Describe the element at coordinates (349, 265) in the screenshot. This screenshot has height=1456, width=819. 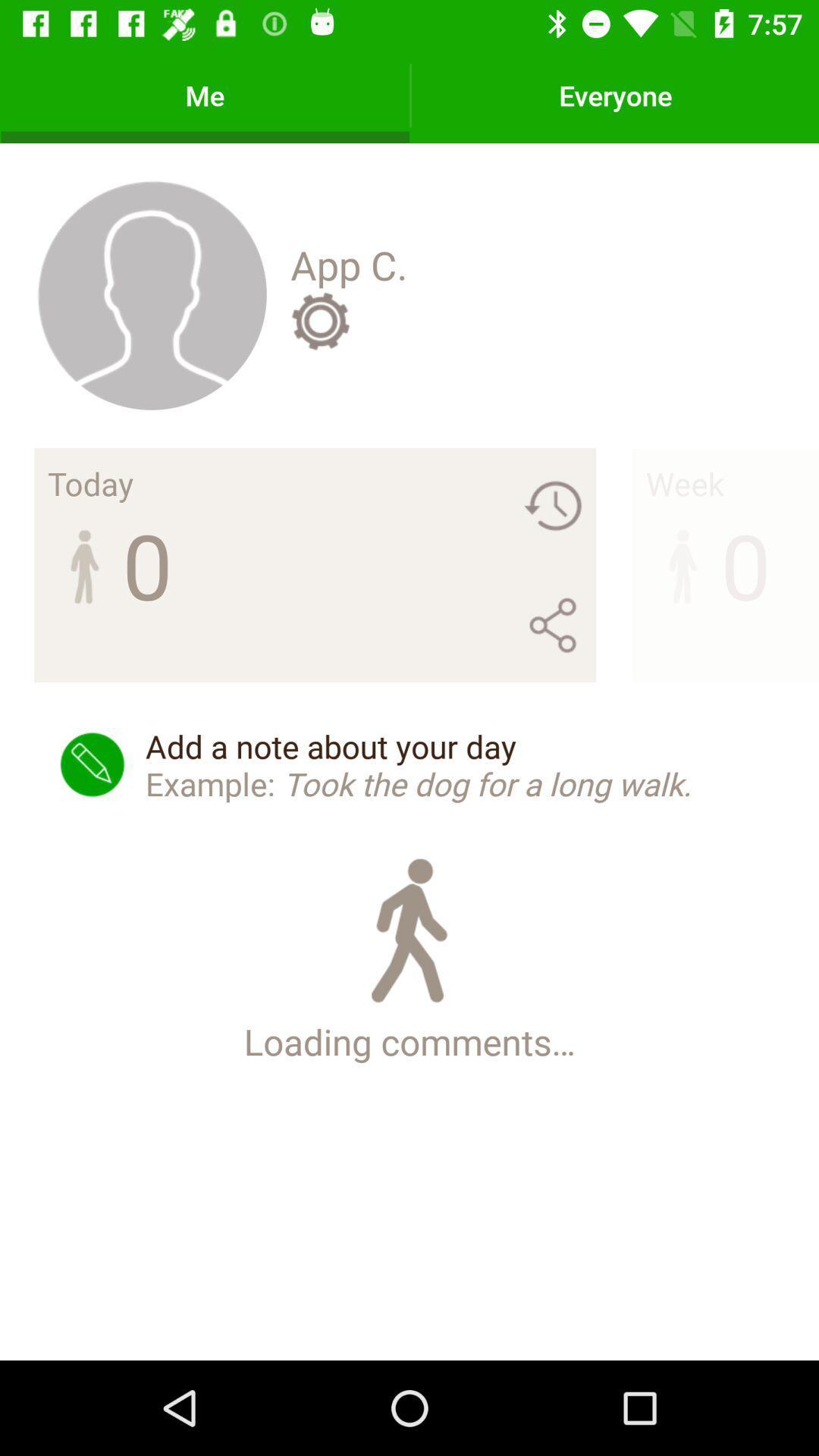
I see `the app c. icon` at that location.